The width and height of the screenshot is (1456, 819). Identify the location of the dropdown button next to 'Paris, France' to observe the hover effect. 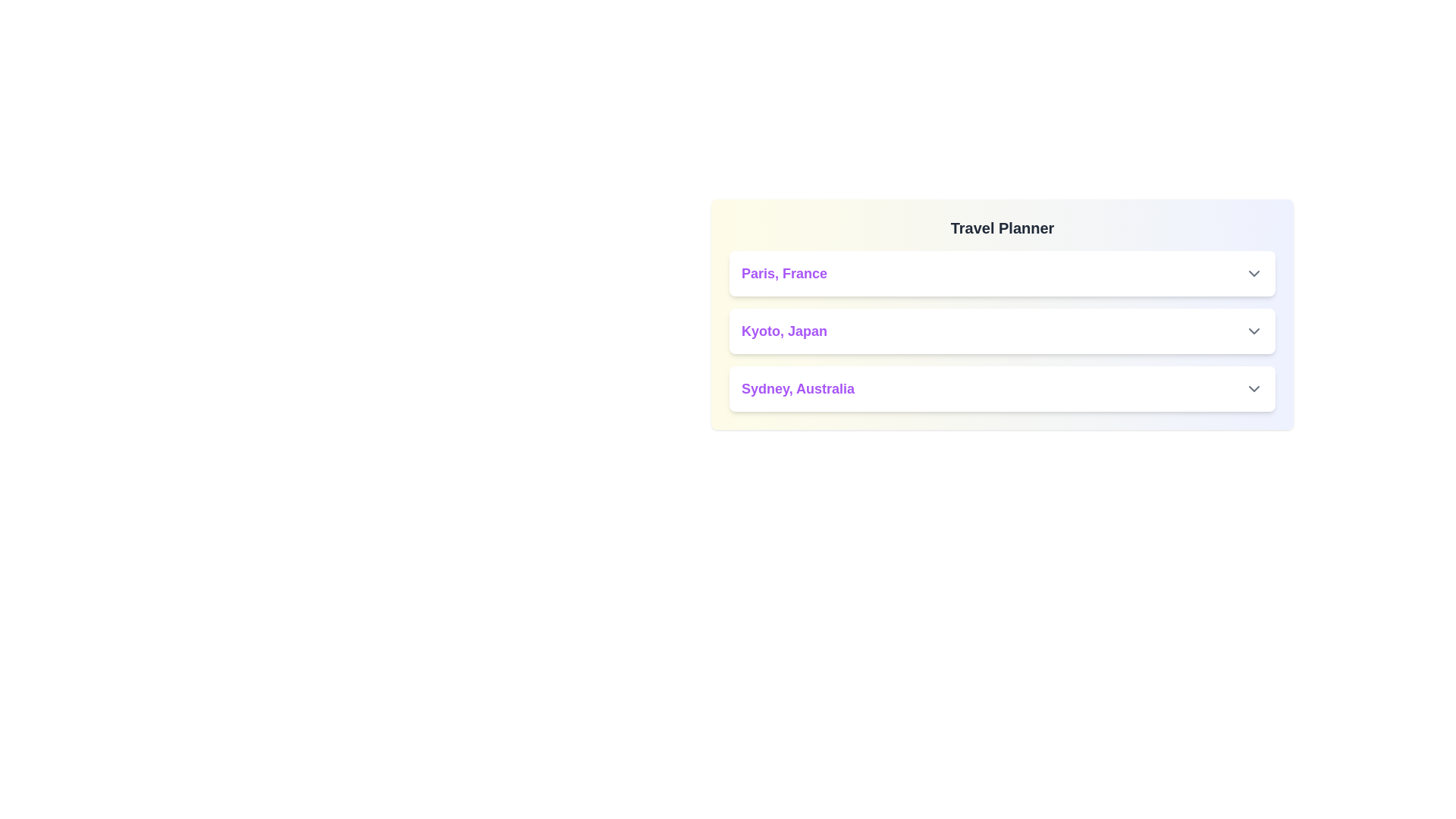
(1254, 274).